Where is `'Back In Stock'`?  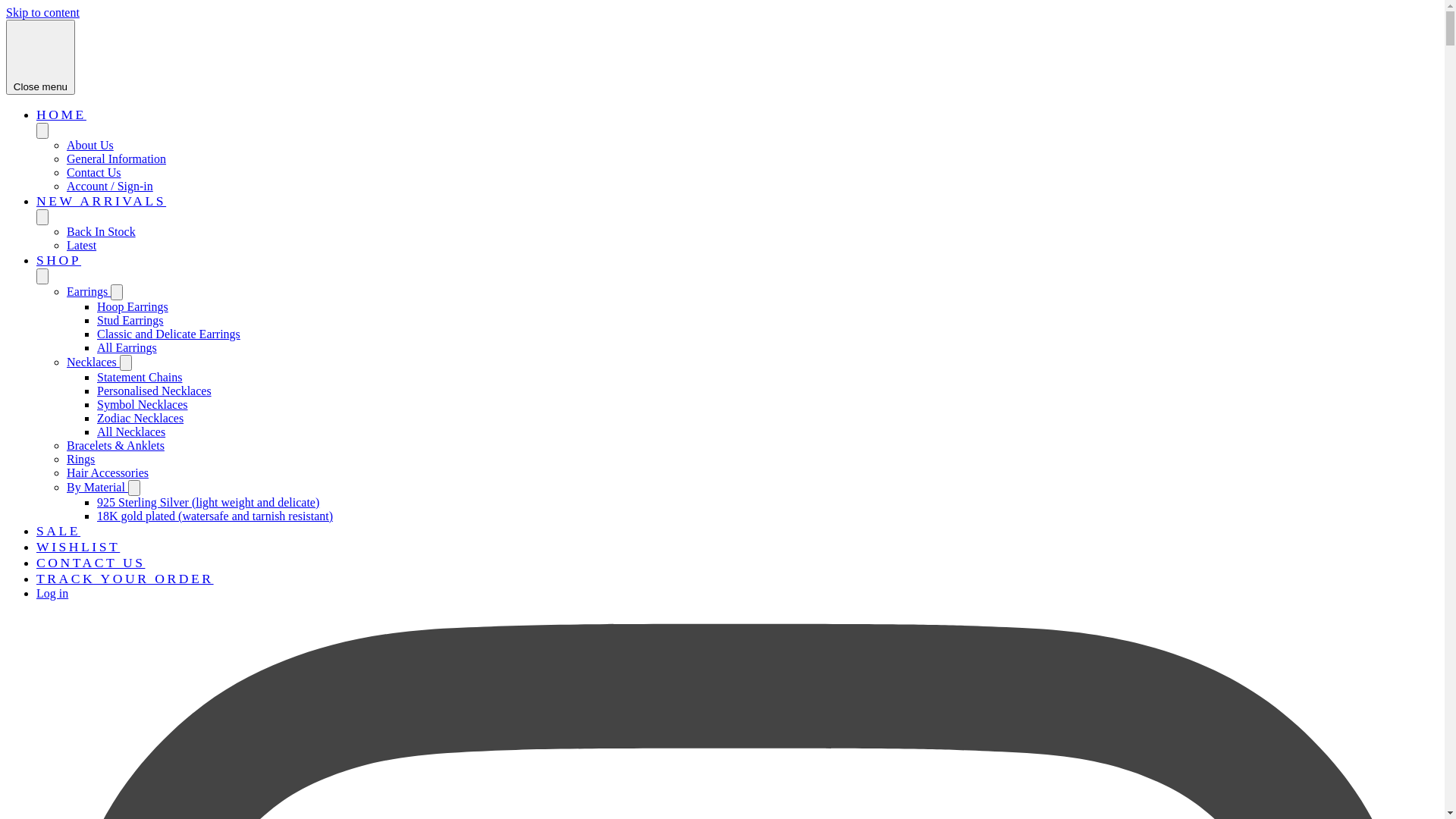
'Back In Stock' is located at coordinates (100, 231).